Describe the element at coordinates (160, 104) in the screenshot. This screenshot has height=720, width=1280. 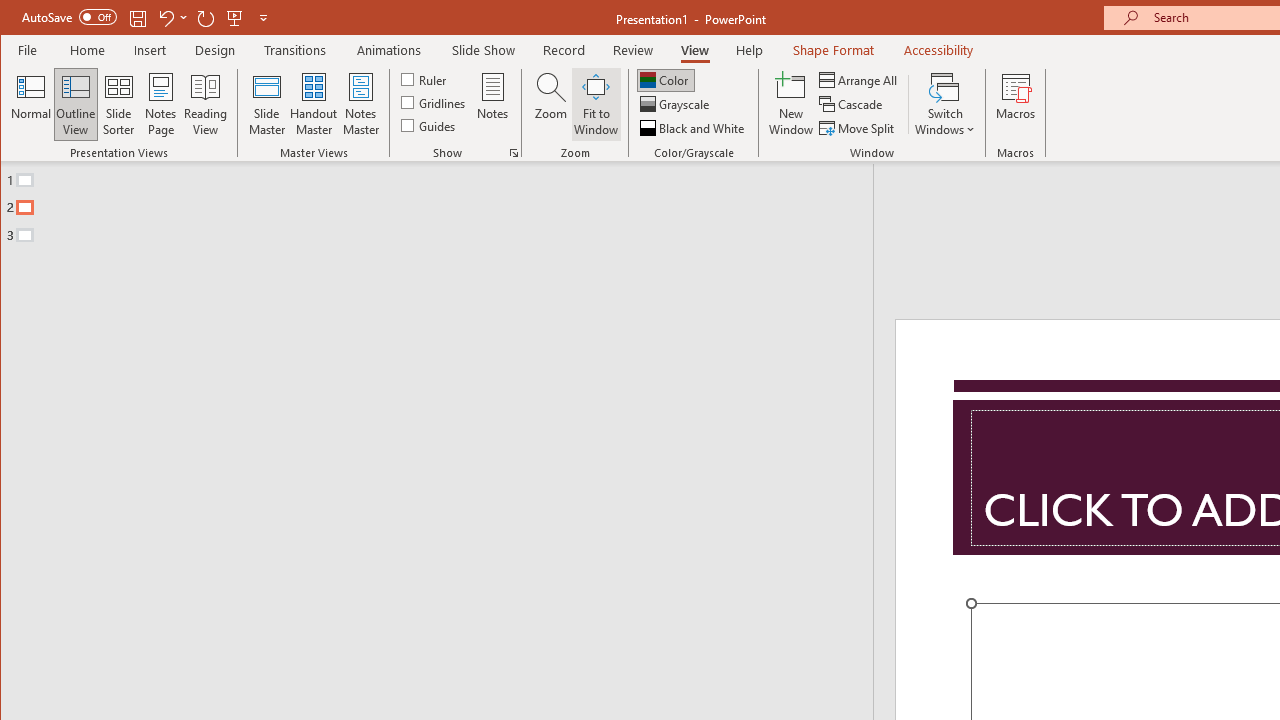
I see `'Notes Page'` at that location.